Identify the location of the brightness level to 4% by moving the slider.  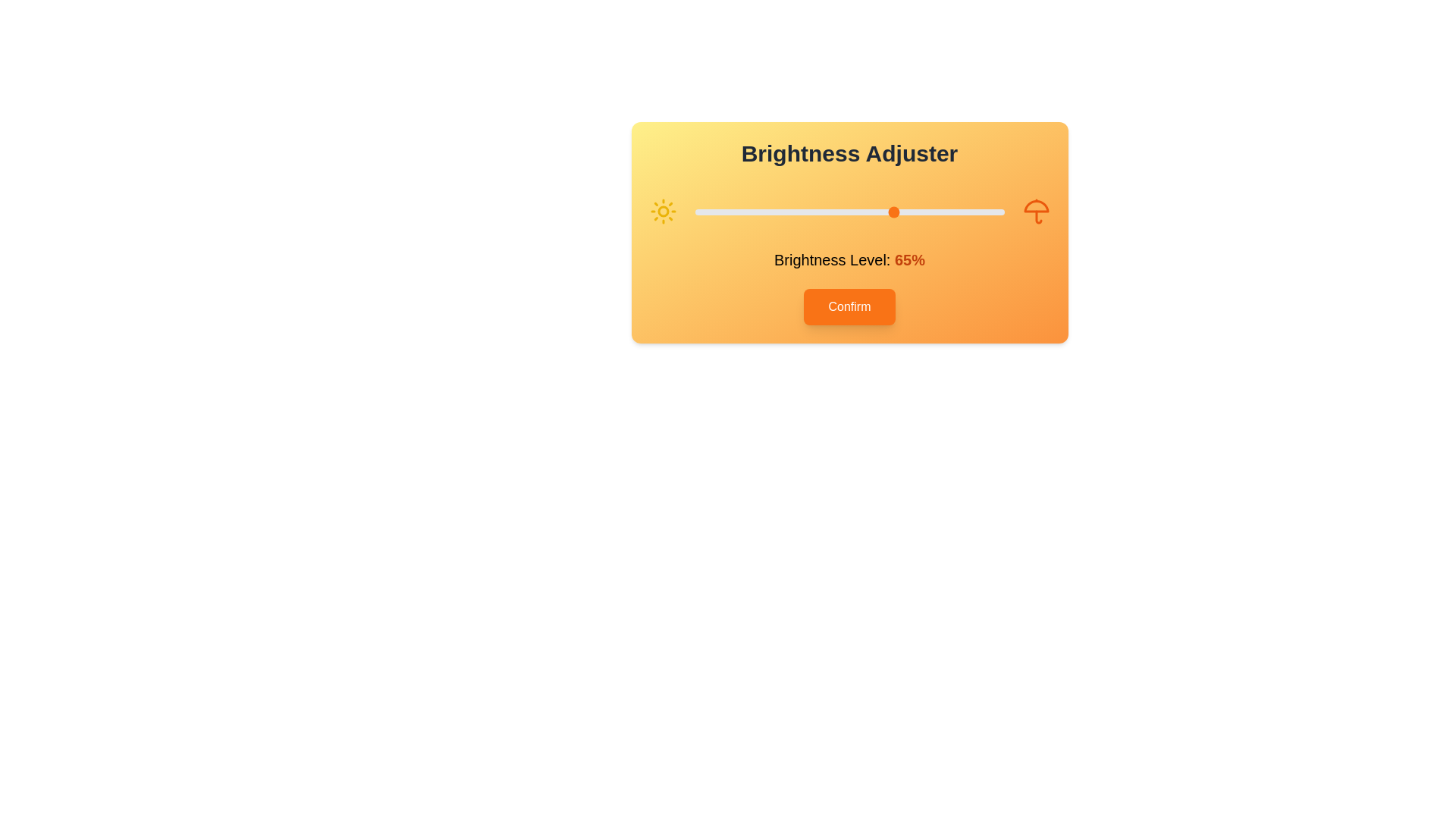
(706, 212).